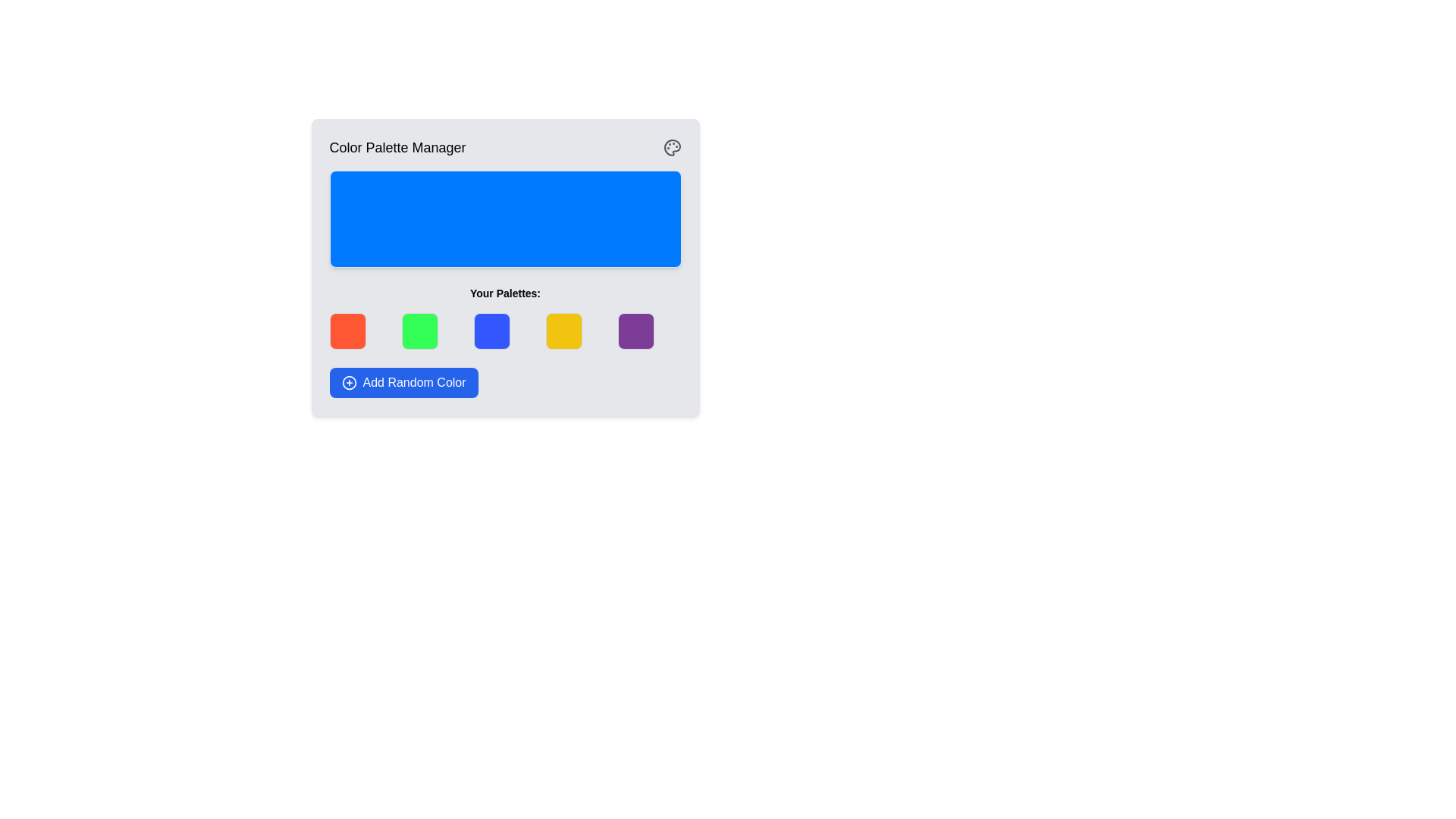  What do you see at coordinates (505, 330) in the screenshot?
I see `the blue color cell in the interactive grid located below the 'Your Palettes:' label` at bounding box center [505, 330].